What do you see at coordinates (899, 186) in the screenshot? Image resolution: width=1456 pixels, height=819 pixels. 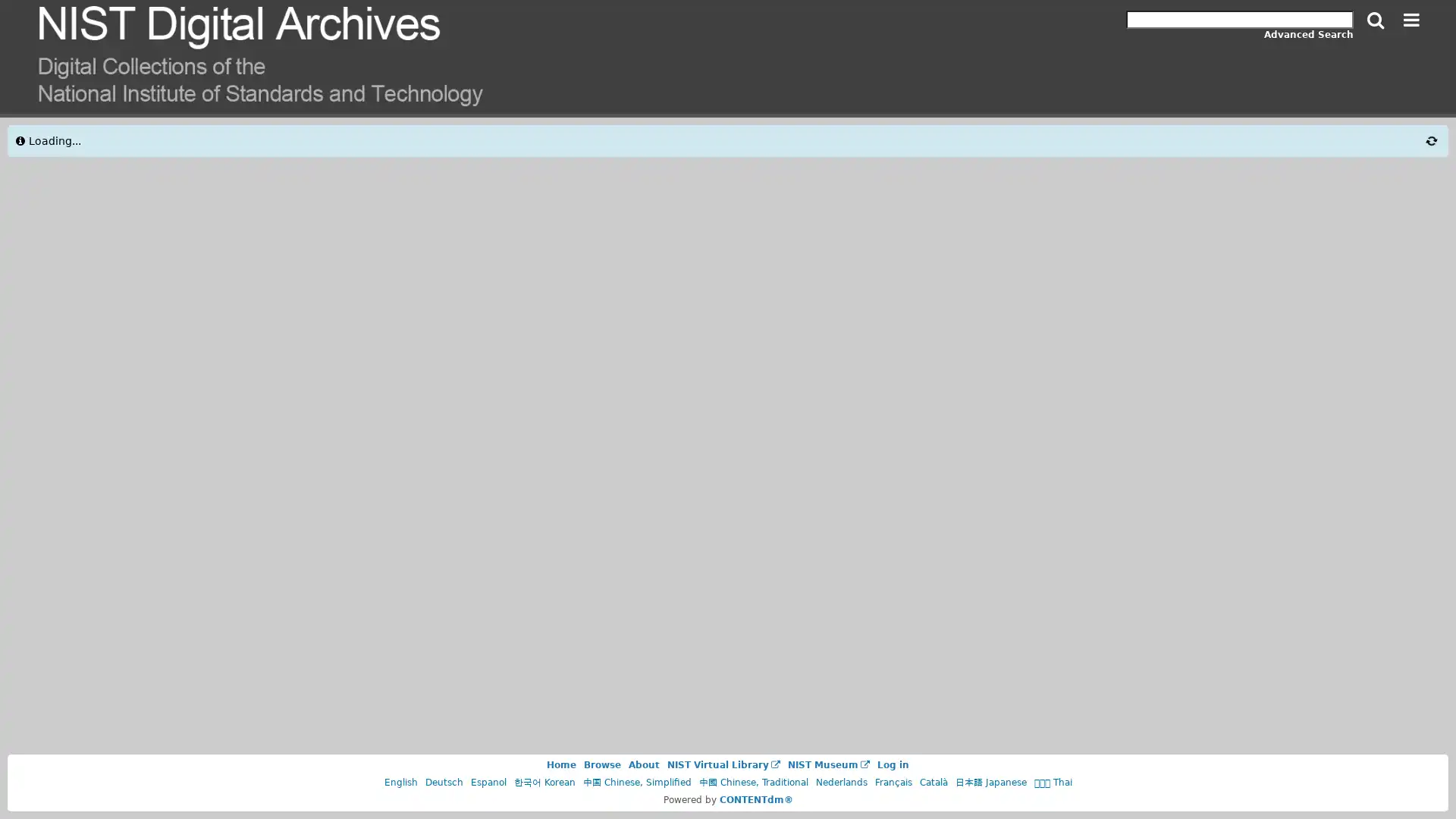 I see `Page 3` at bounding box center [899, 186].